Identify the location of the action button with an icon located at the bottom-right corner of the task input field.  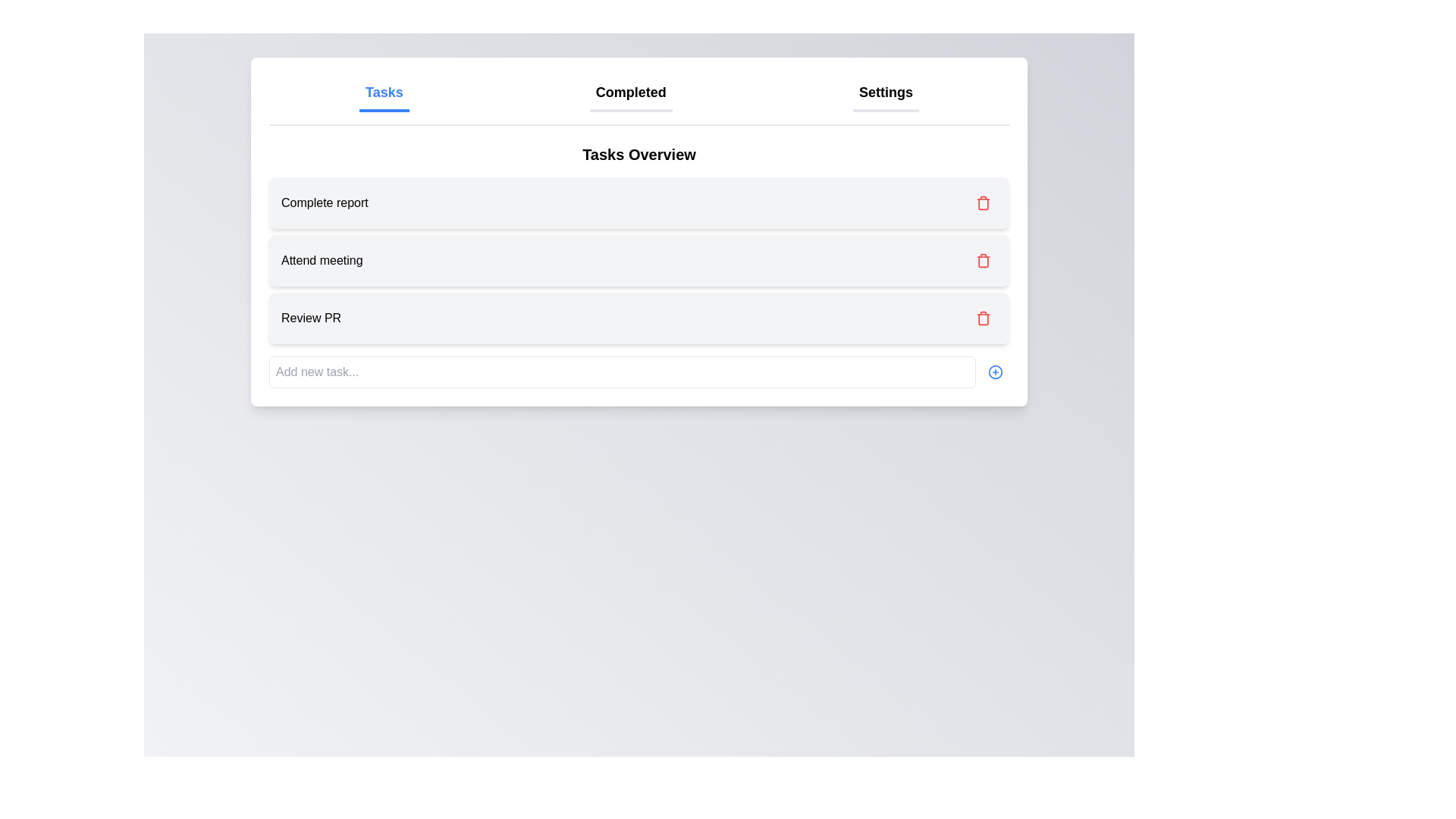
(996, 372).